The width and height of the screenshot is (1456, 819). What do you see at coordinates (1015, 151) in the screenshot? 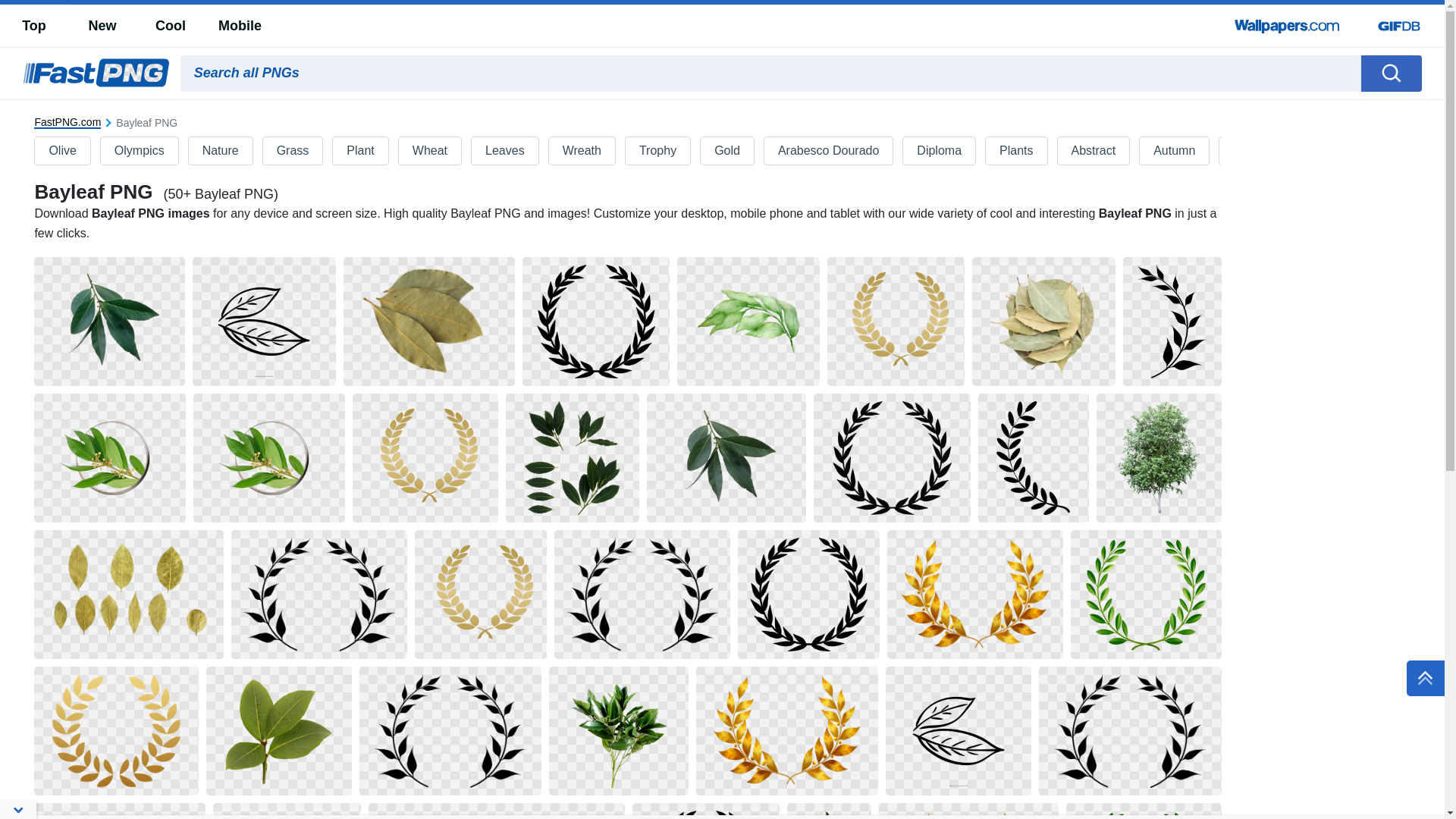
I see `'Plants'` at bounding box center [1015, 151].